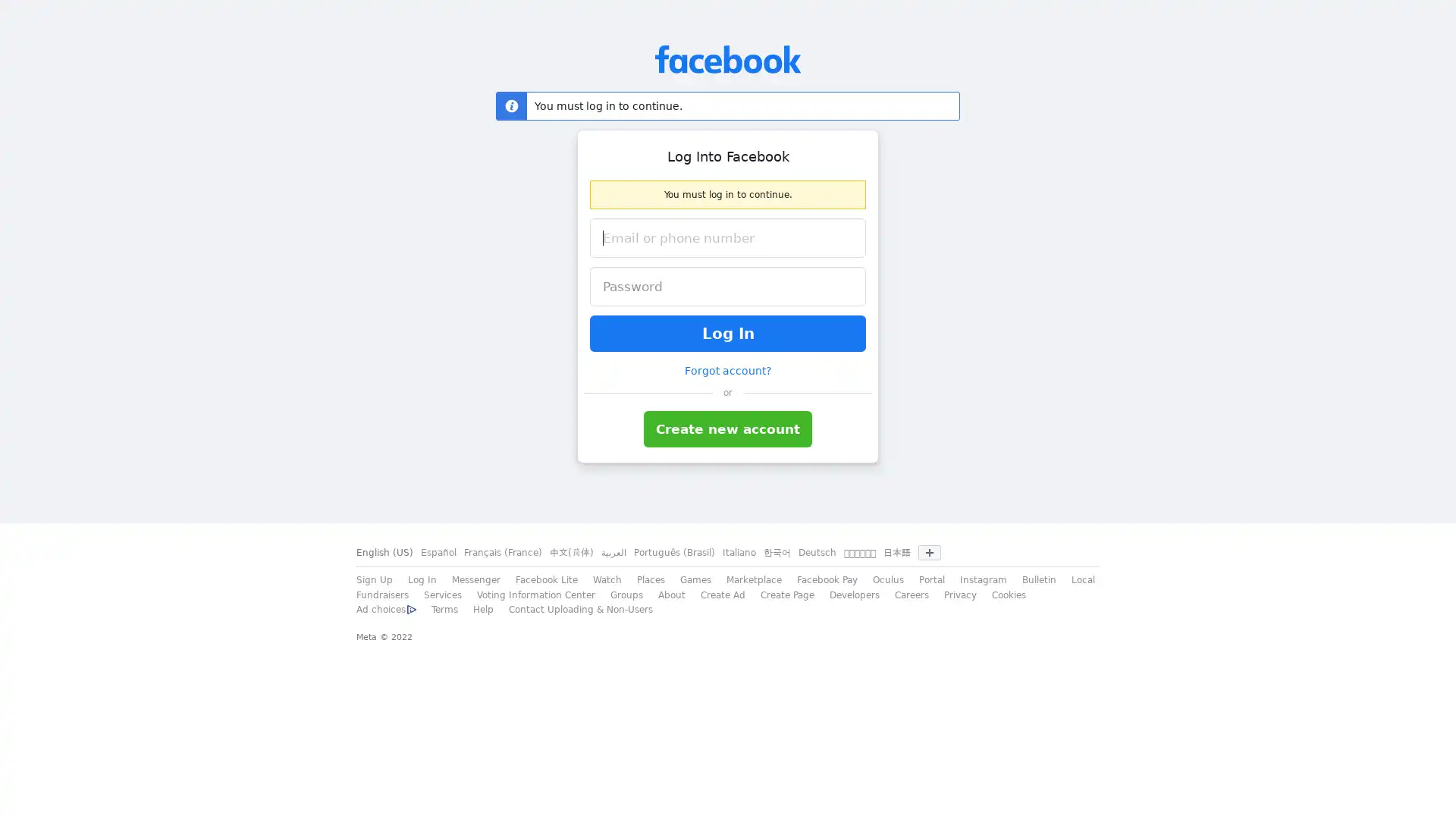 Image resolution: width=1456 pixels, height=819 pixels. What do you see at coordinates (728, 429) in the screenshot?
I see `Create new account` at bounding box center [728, 429].